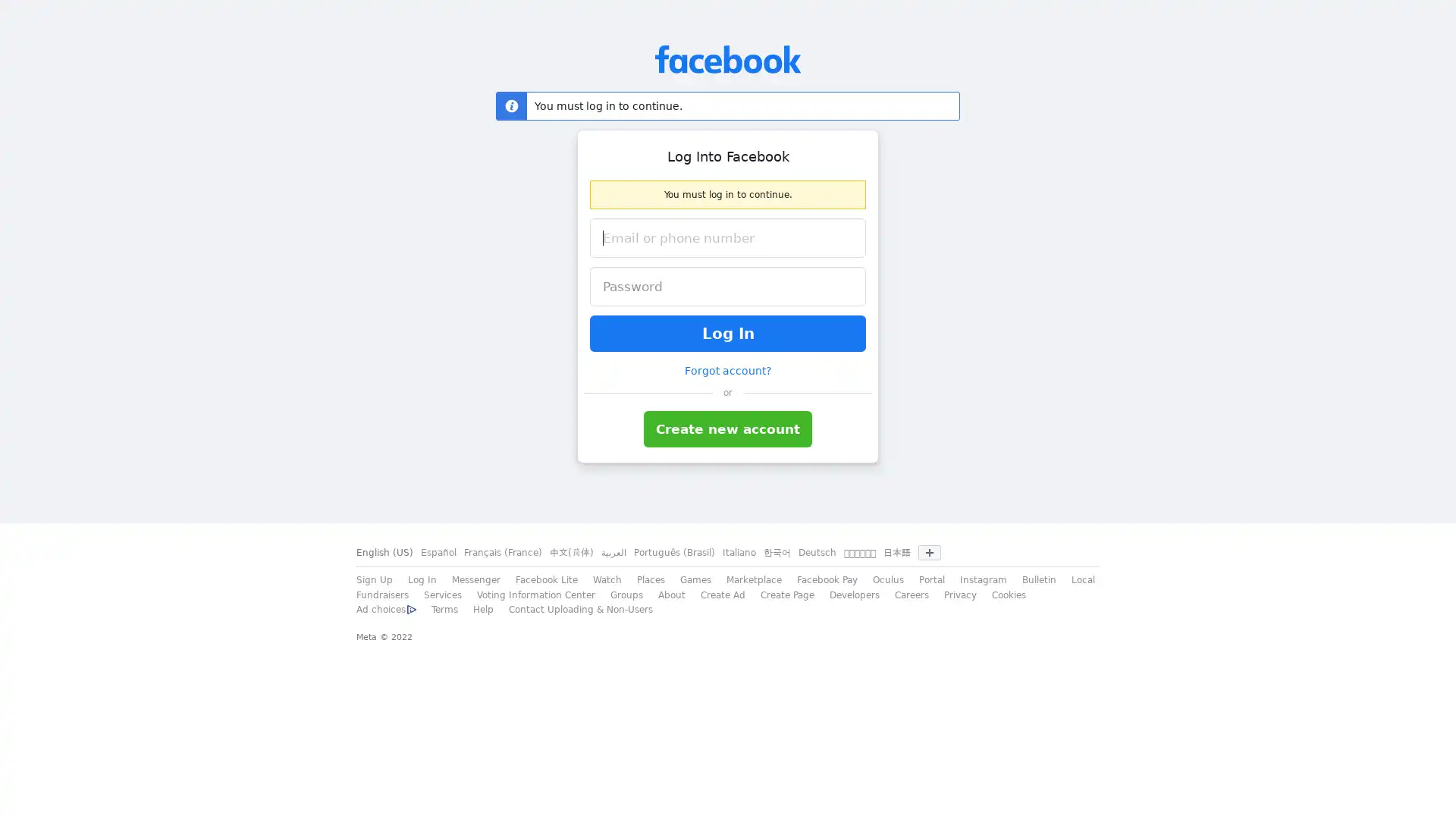 Image resolution: width=1456 pixels, height=819 pixels. What do you see at coordinates (728, 429) in the screenshot?
I see `Create new account` at bounding box center [728, 429].